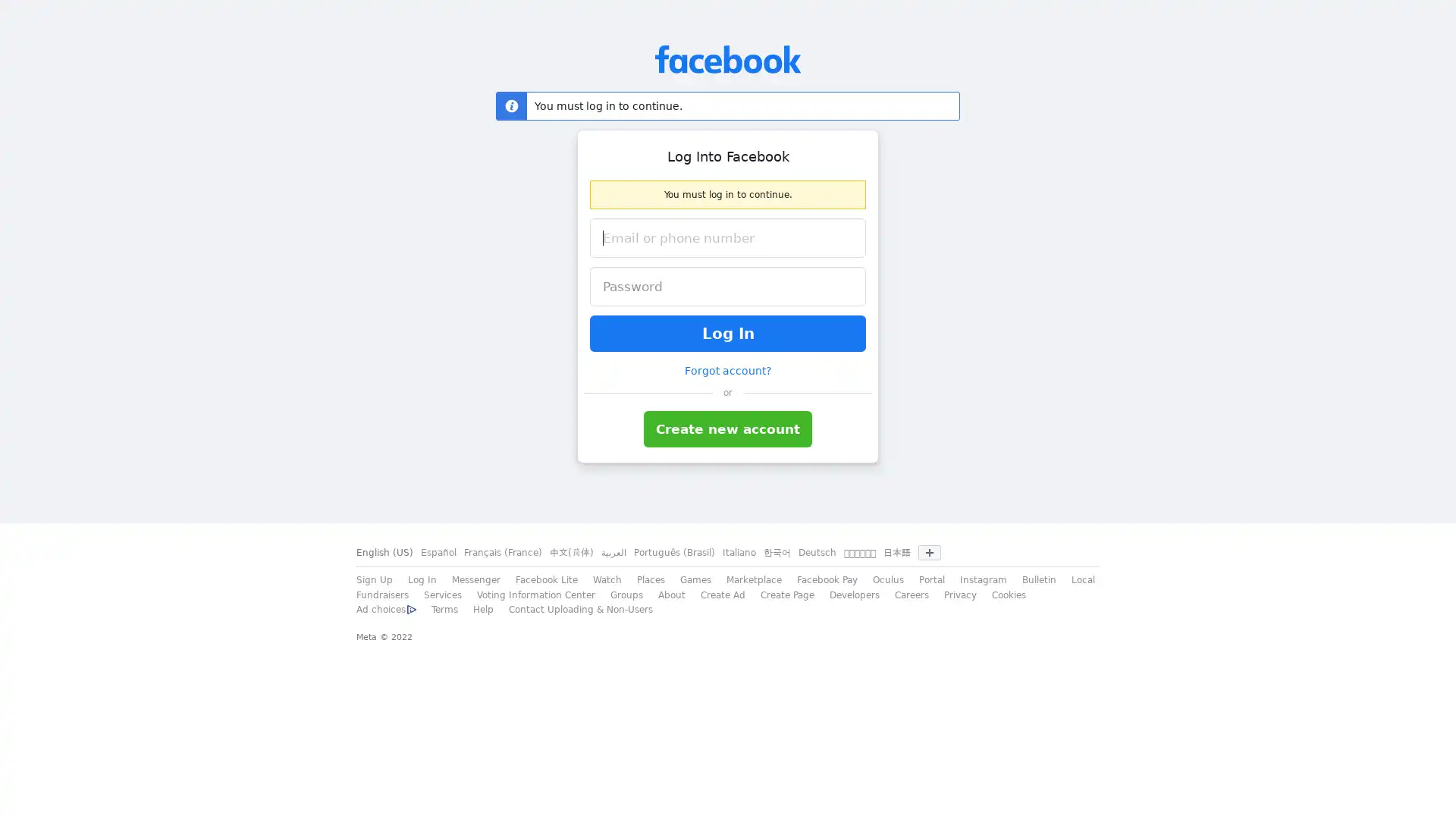 Image resolution: width=1456 pixels, height=819 pixels. What do you see at coordinates (728, 429) in the screenshot?
I see `Create new account` at bounding box center [728, 429].